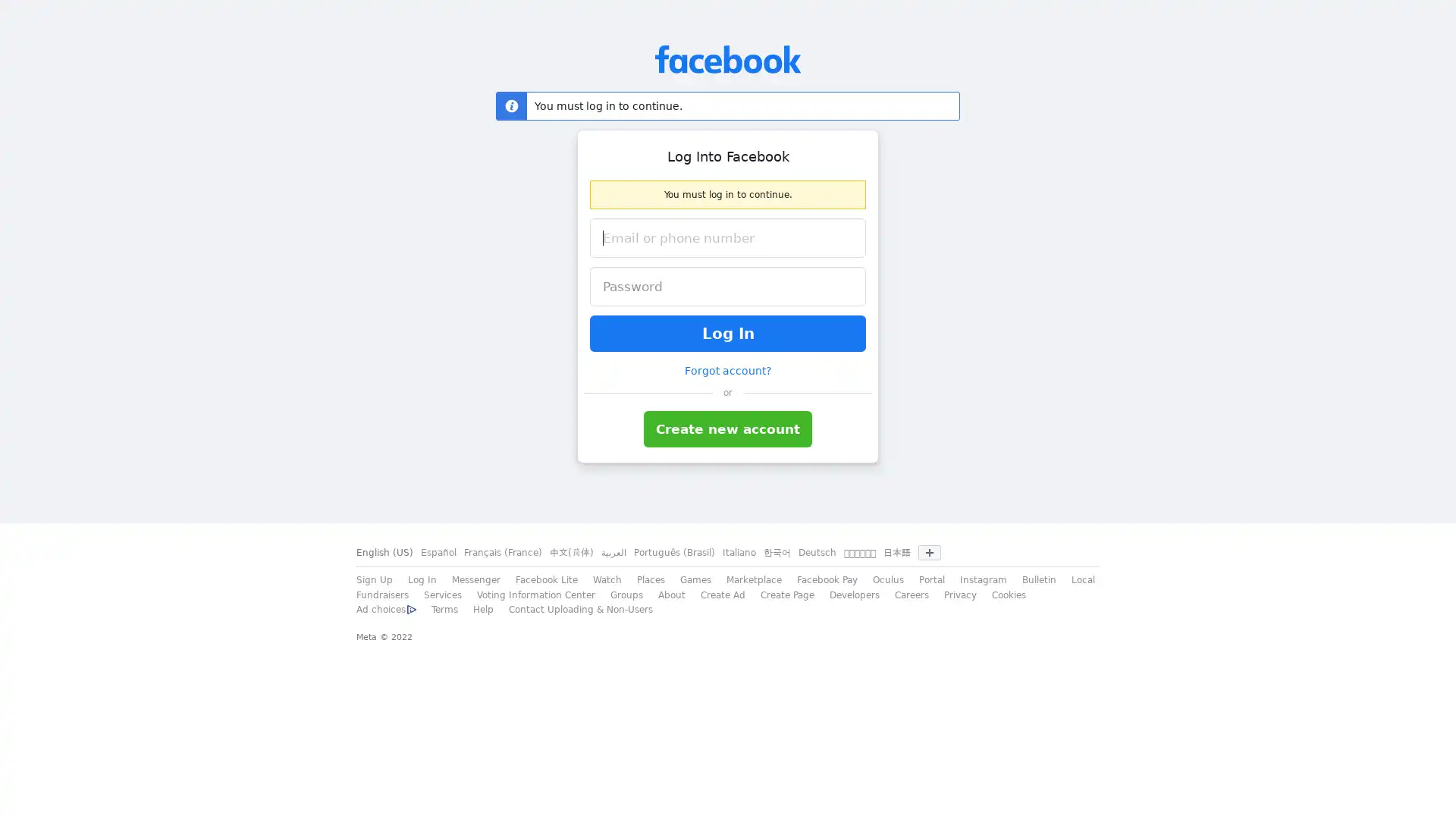 Image resolution: width=1456 pixels, height=819 pixels. What do you see at coordinates (728, 429) in the screenshot?
I see `Create new account` at bounding box center [728, 429].